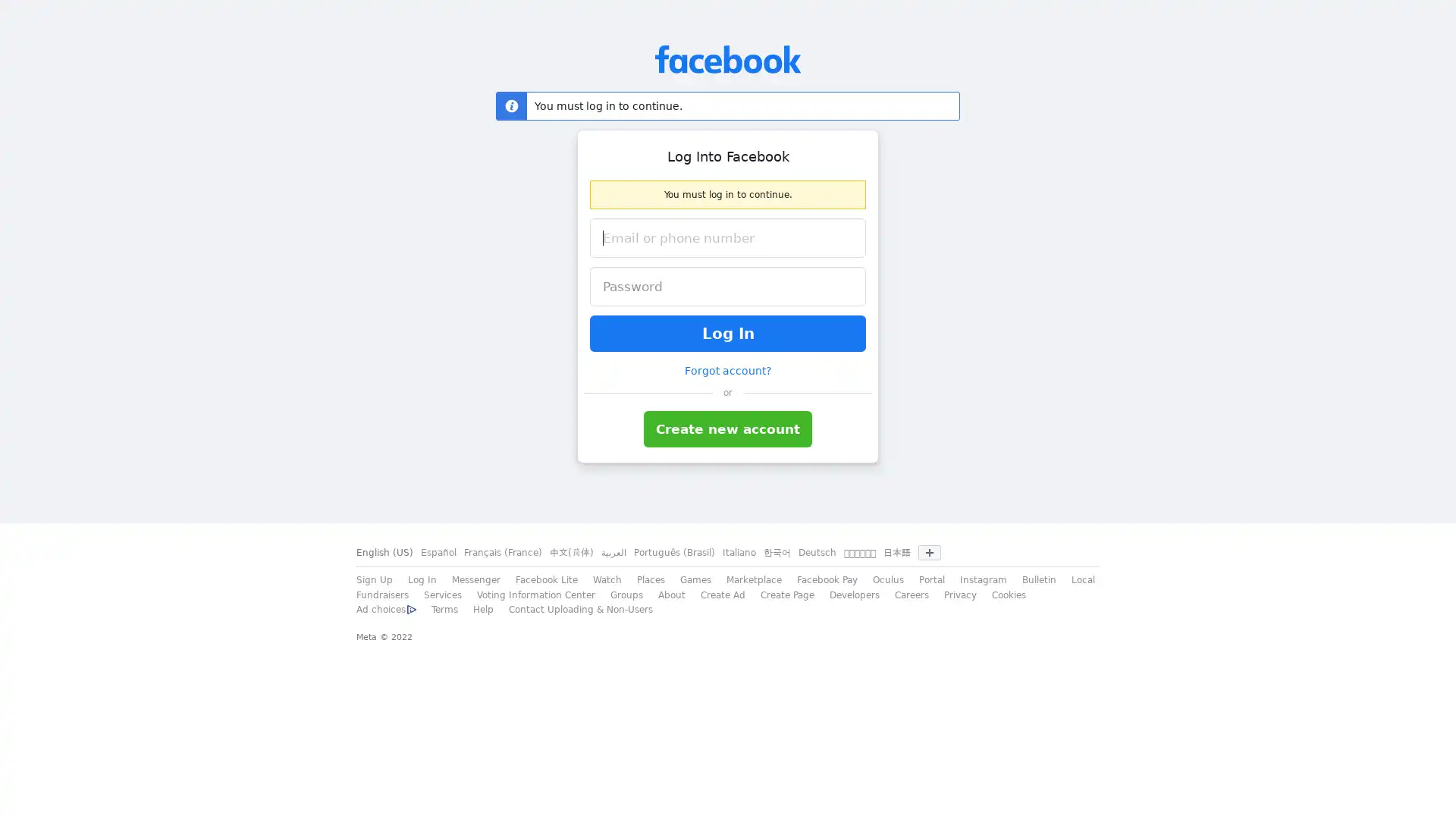 Image resolution: width=1456 pixels, height=819 pixels. What do you see at coordinates (728, 429) in the screenshot?
I see `Create new account` at bounding box center [728, 429].